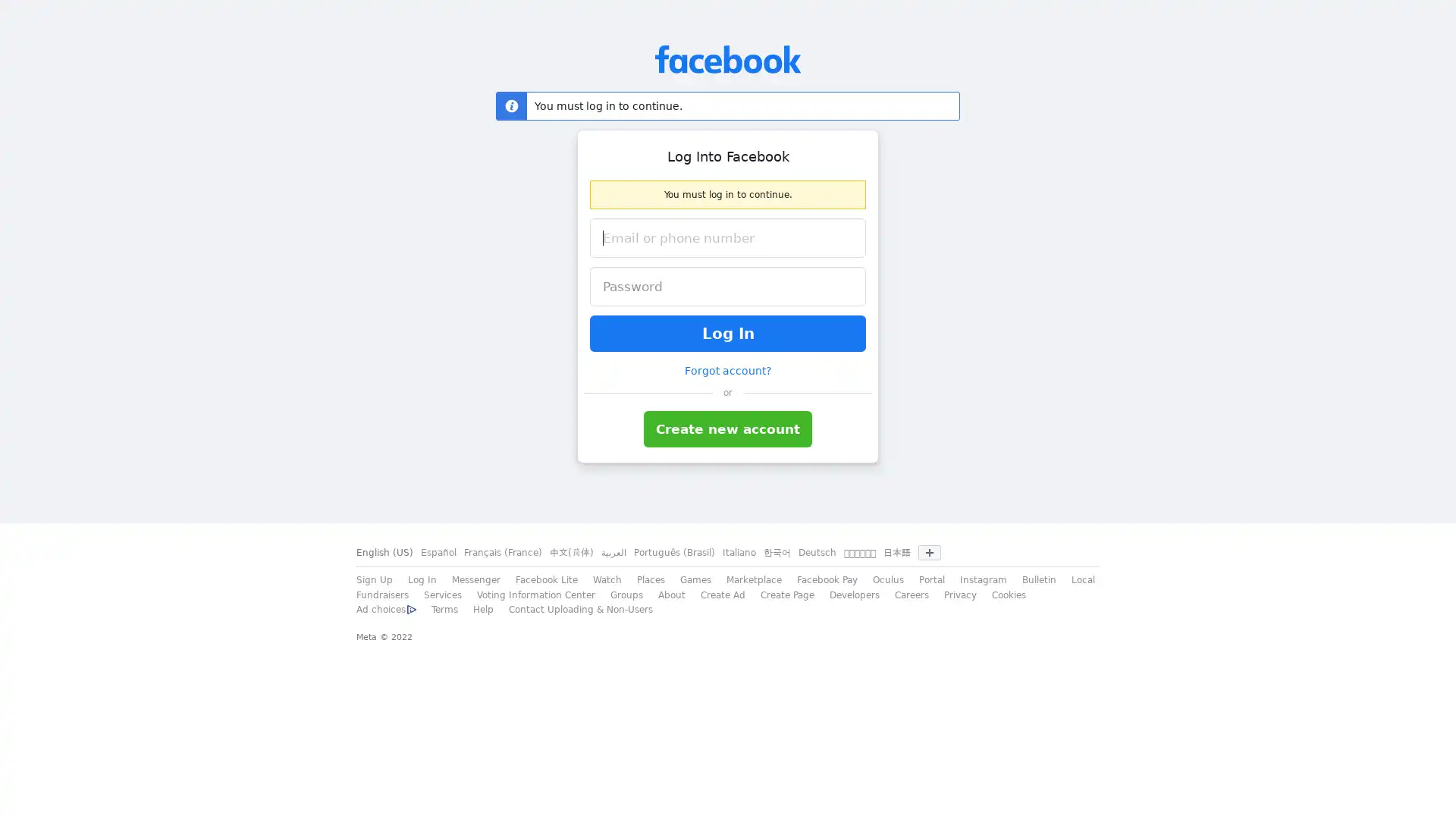 Image resolution: width=1456 pixels, height=819 pixels. What do you see at coordinates (728, 429) in the screenshot?
I see `Create new account` at bounding box center [728, 429].